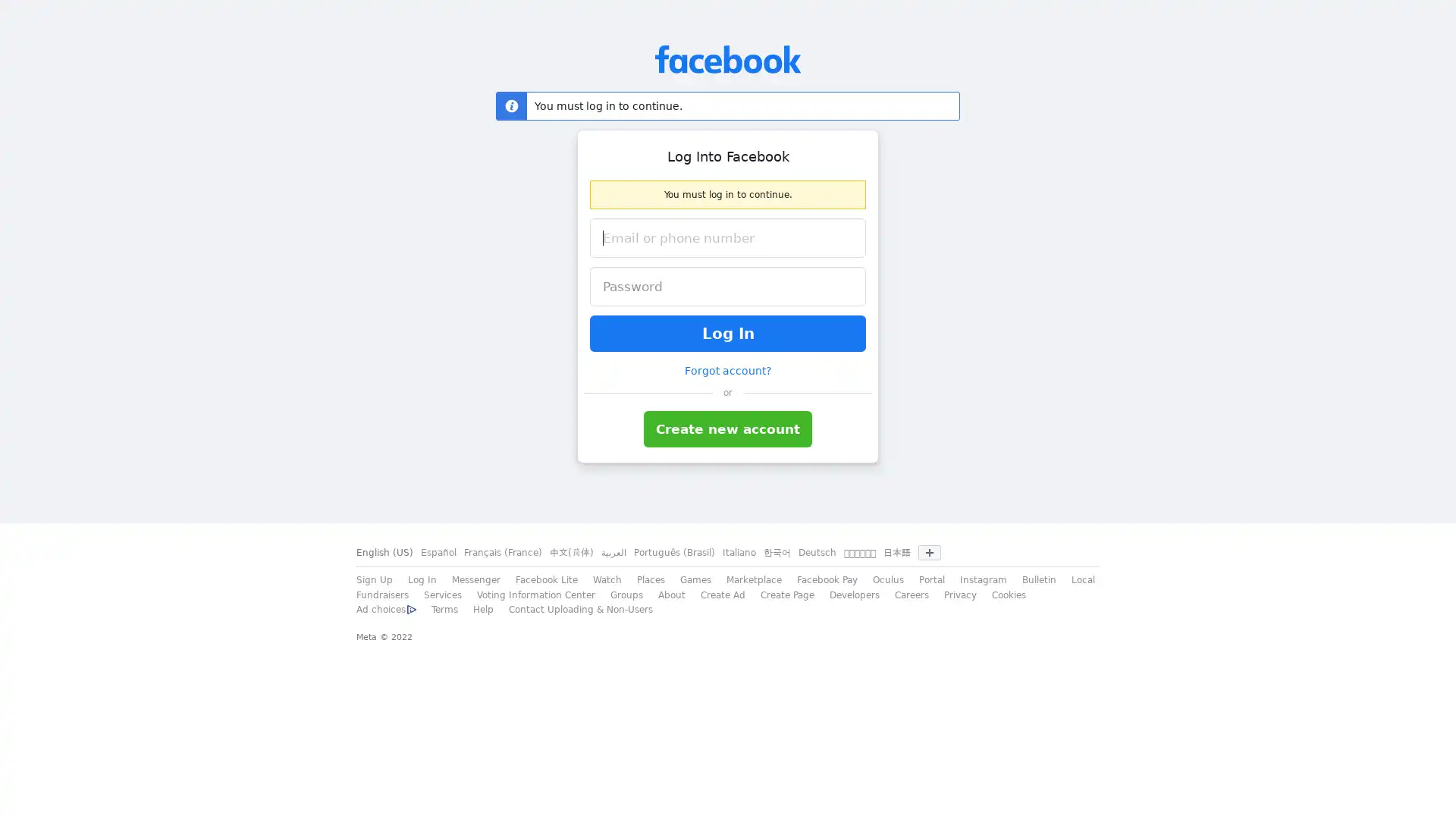 Image resolution: width=1456 pixels, height=819 pixels. What do you see at coordinates (728, 429) in the screenshot?
I see `Create new account` at bounding box center [728, 429].